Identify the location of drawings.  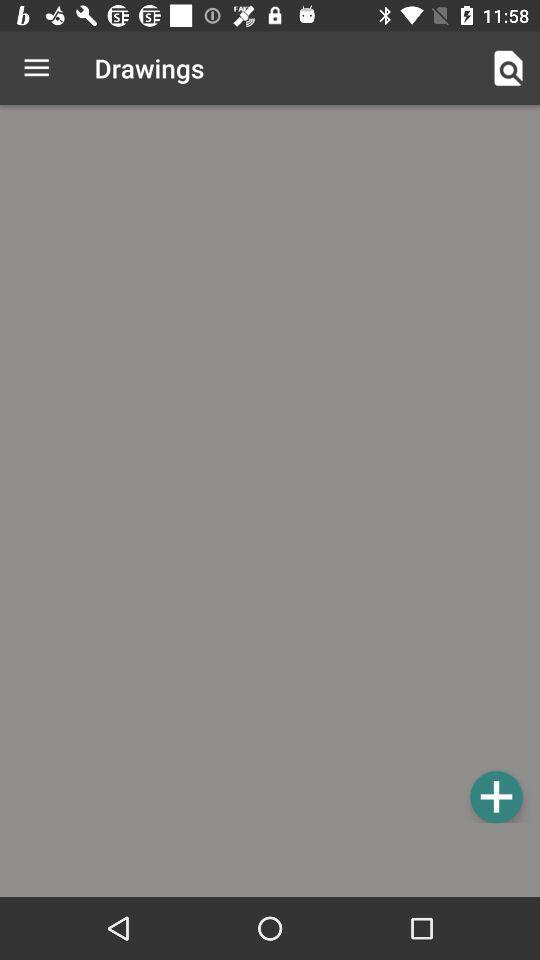
(495, 796).